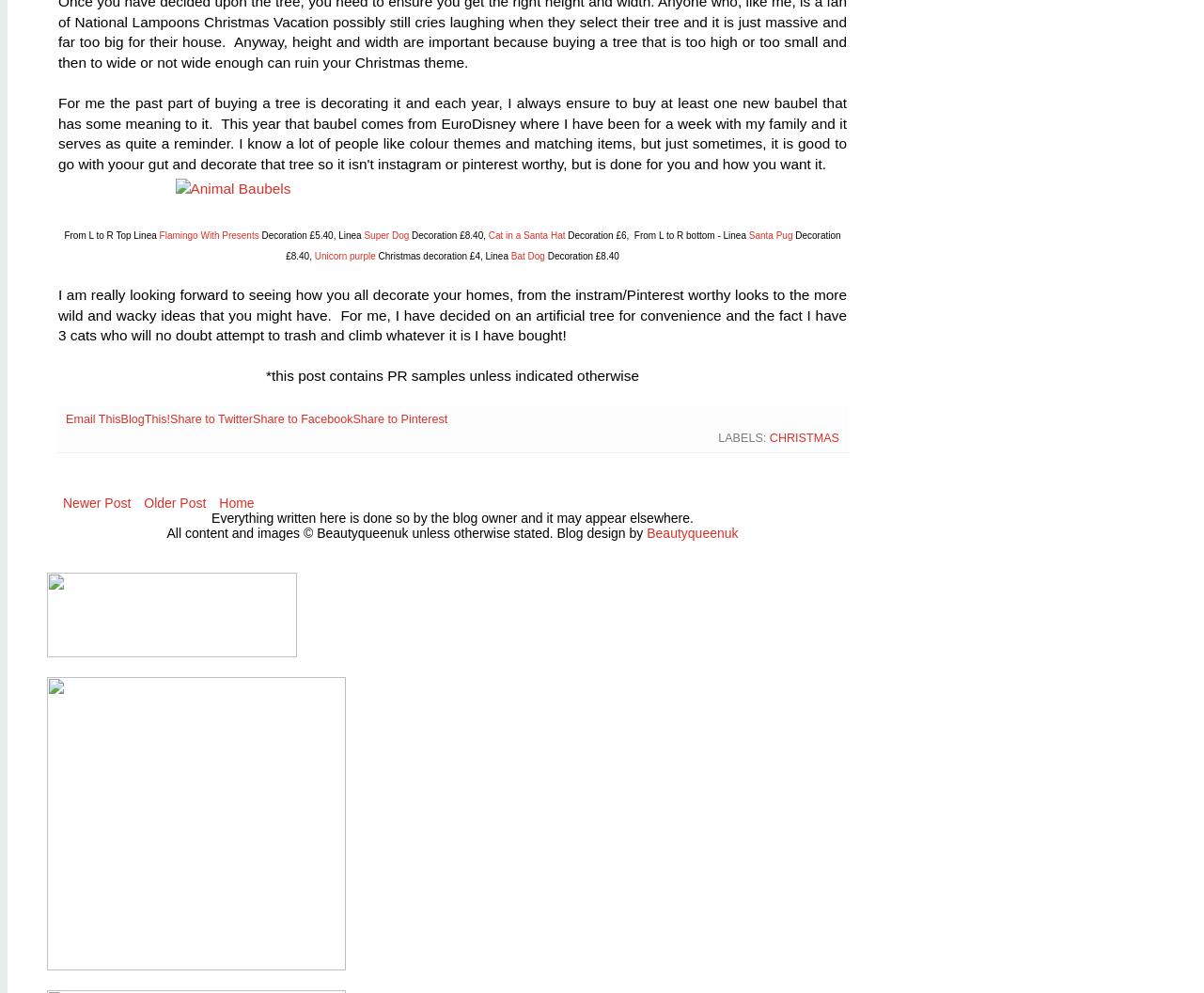 Image resolution: width=1204 pixels, height=993 pixels. I want to click on 'Cat in a Santa Hat', so click(526, 234).